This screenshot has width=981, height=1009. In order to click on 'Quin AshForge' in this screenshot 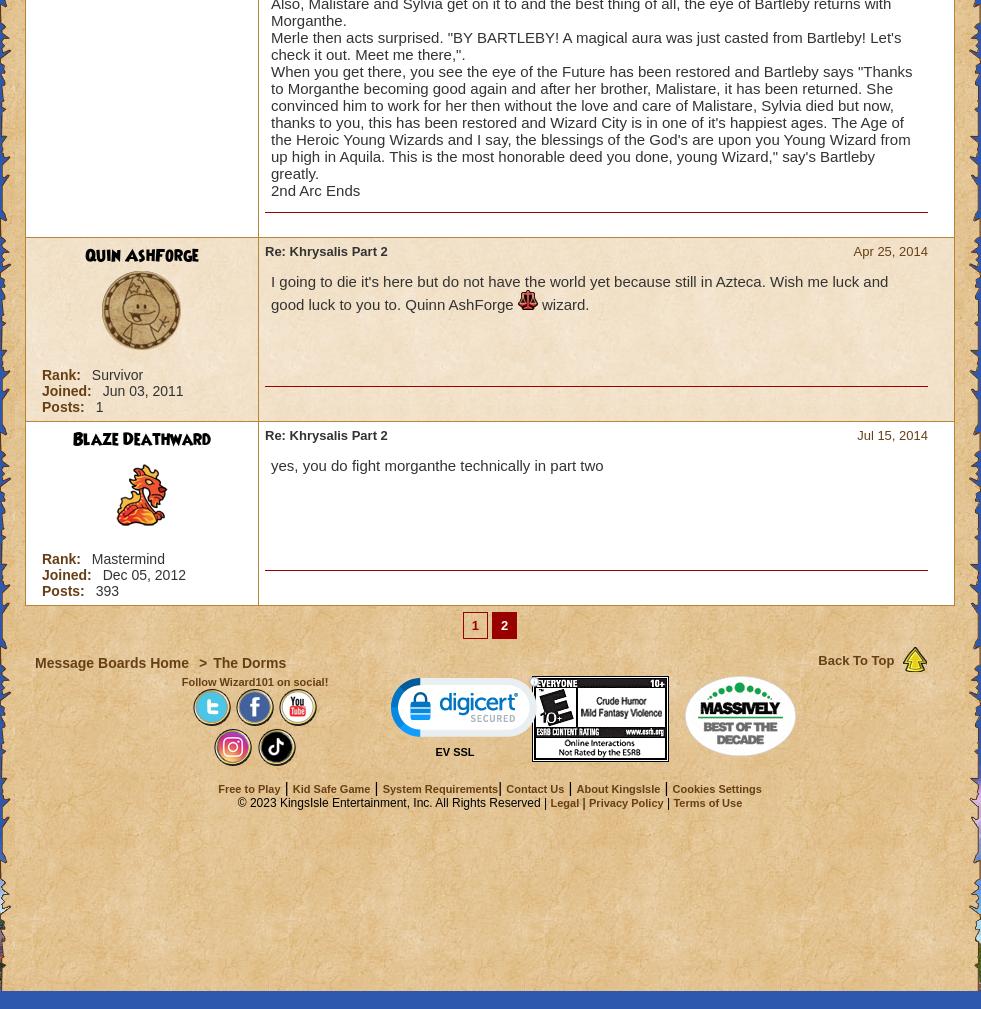, I will do `click(83, 254)`.